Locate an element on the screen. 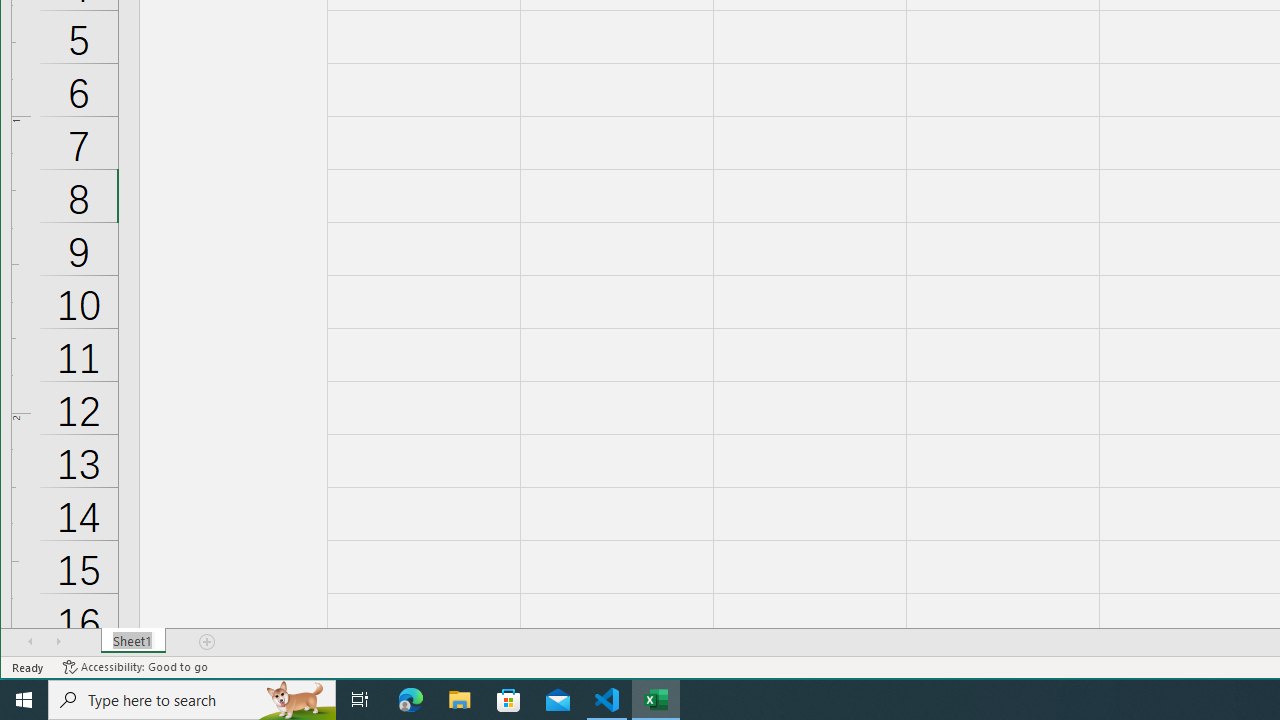 The height and width of the screenshot is (720, 1280). 'Sheet Tab' is located at coordinates (132, 641).